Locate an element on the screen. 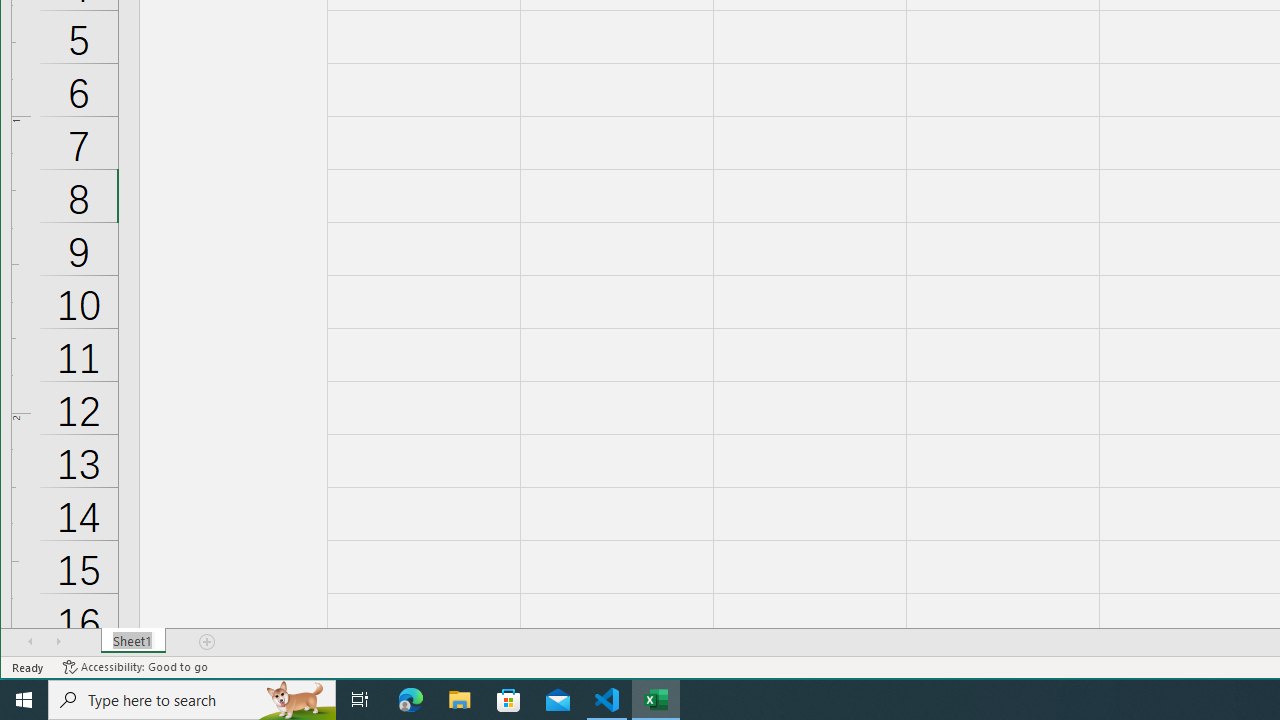 The height and width of the screenshot is (720, 1280). 'Sheet Tab' is located at coordinates (132, 641).